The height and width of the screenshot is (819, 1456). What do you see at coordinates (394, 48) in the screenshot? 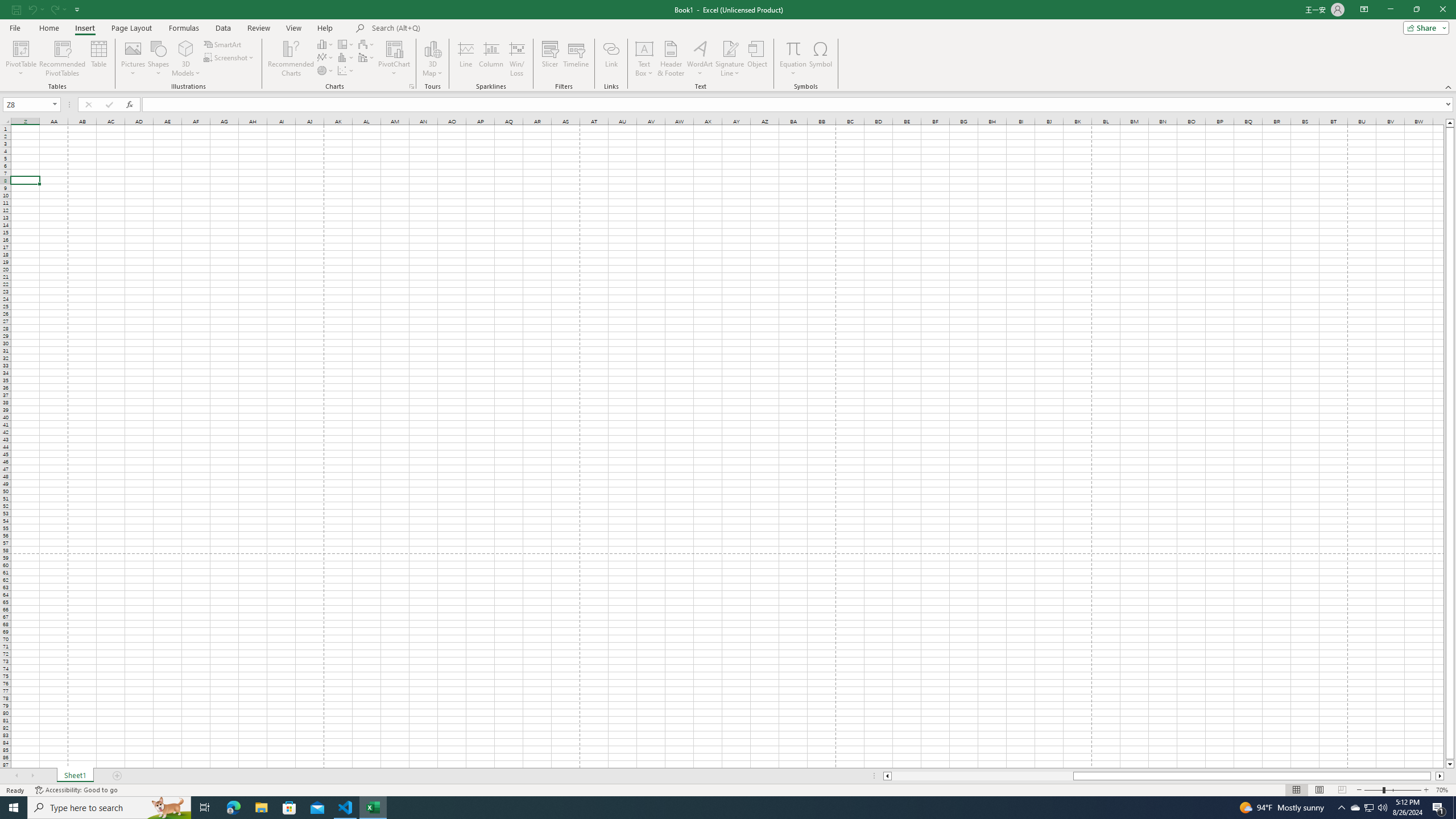
I see `'PivotChart'` at bounding box center [394, 48].